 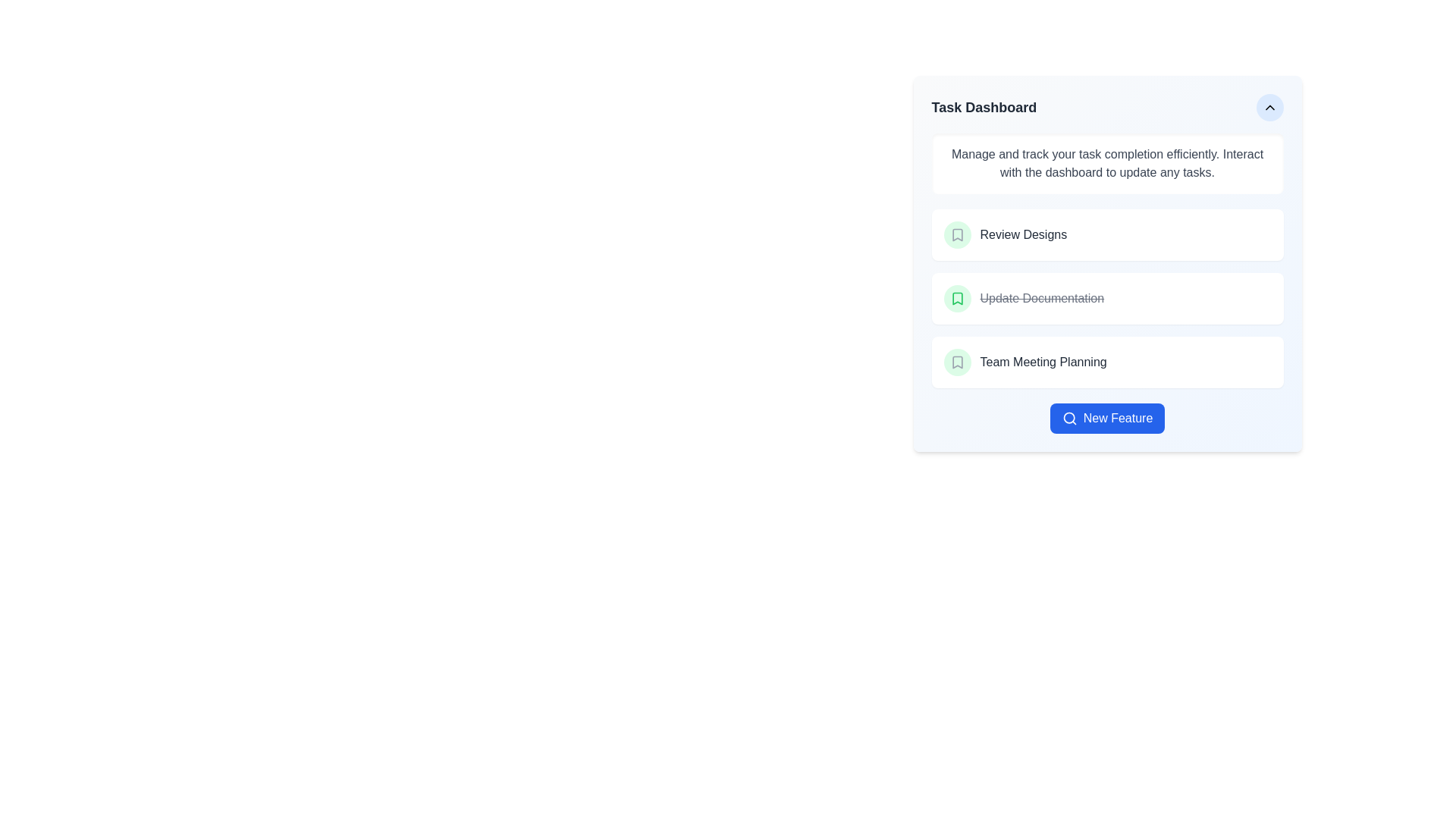 What do you see at coordinates (956, 298) in the screenshot?
I see `the bookmarking icon located to the left of the task title 'Update Documentation'` at bounding box center [956, 298].